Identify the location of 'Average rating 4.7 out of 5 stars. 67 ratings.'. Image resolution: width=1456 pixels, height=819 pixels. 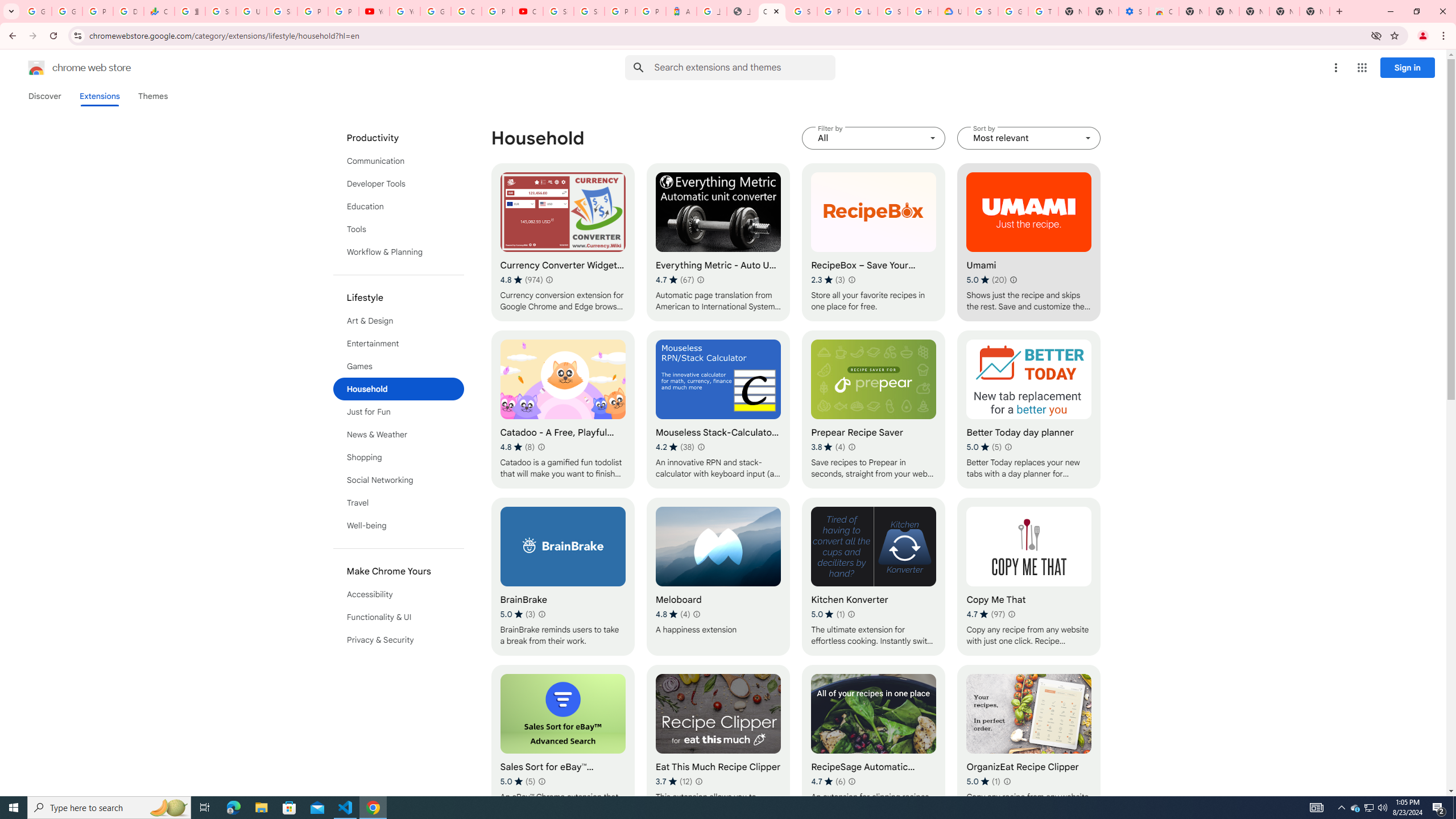
(675, 279).